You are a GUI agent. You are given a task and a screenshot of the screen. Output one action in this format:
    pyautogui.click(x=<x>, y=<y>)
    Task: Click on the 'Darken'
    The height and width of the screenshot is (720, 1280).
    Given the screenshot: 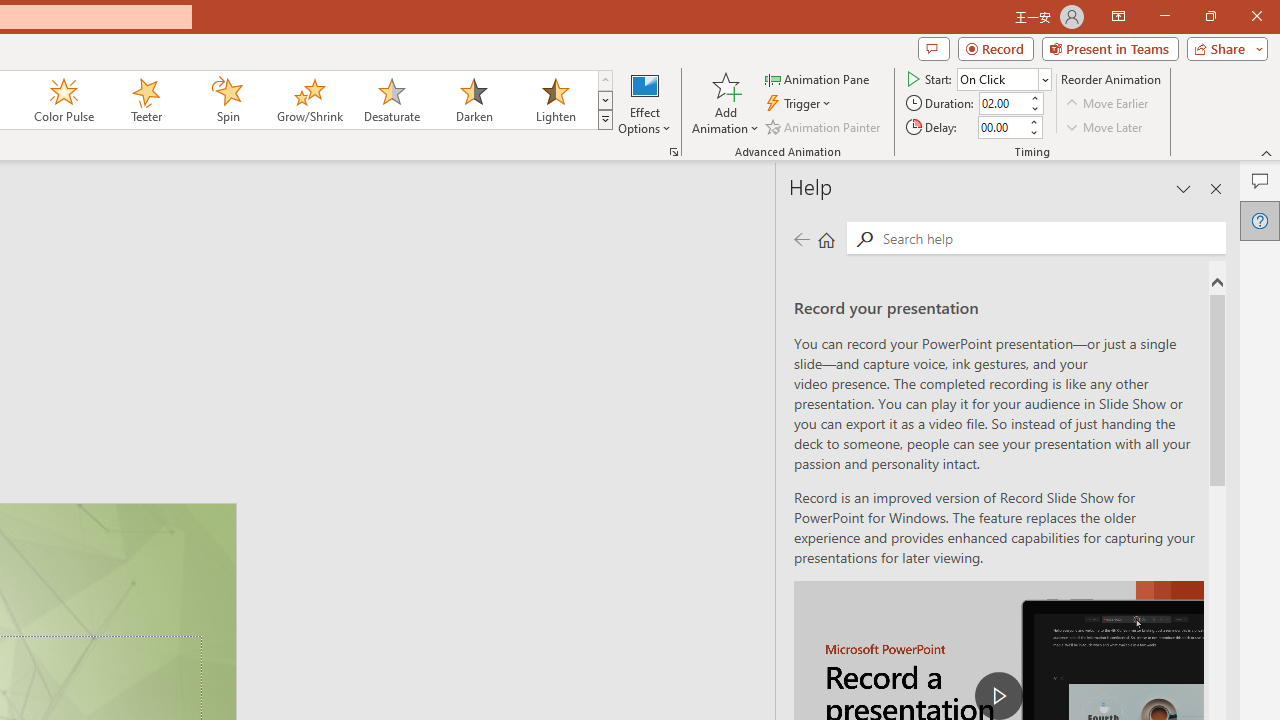 What is the action you would take?
    pyautogui.click(x=472, y=100)
    